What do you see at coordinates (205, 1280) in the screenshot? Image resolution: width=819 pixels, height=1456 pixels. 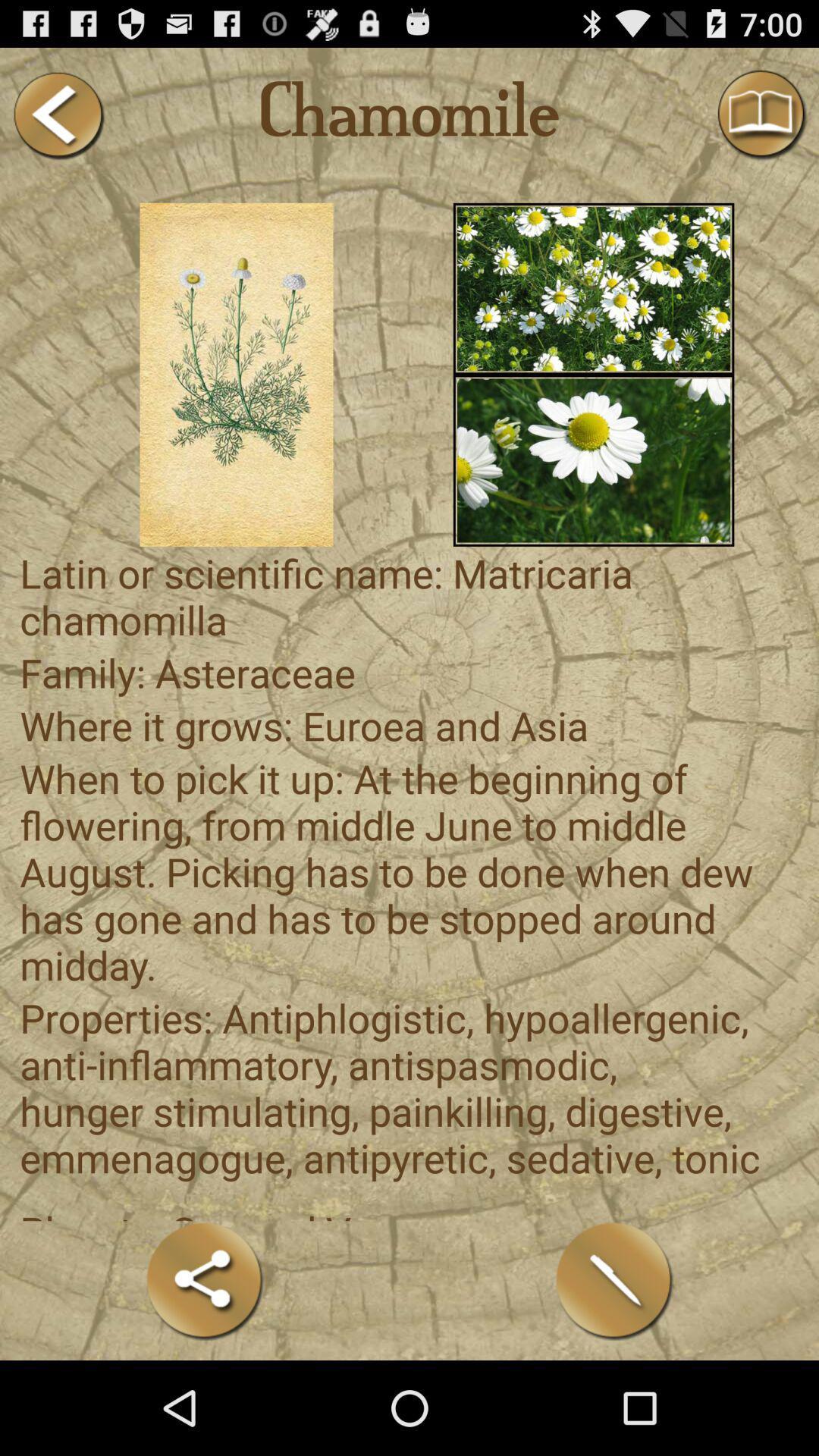 I see `share` at bounding box center [205, 1280].